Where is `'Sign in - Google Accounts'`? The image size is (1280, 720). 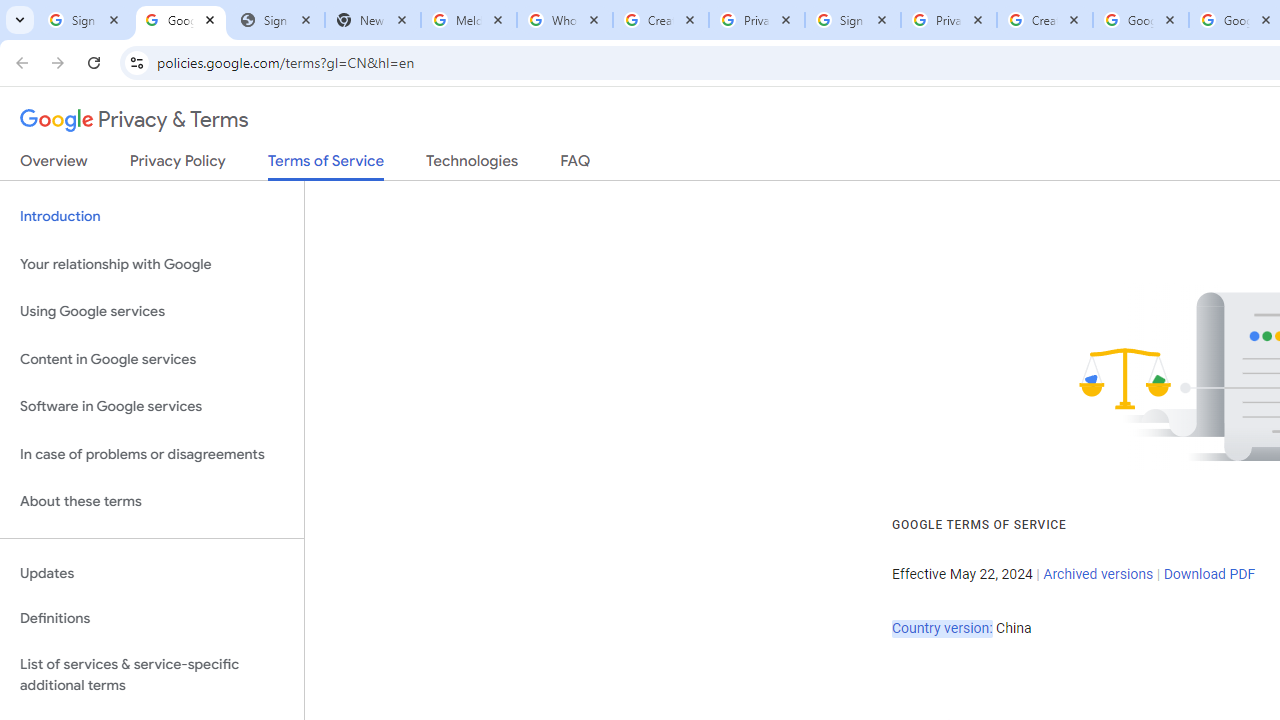
'Sign in - Google Accounts' is located at coordinates (84, 20).